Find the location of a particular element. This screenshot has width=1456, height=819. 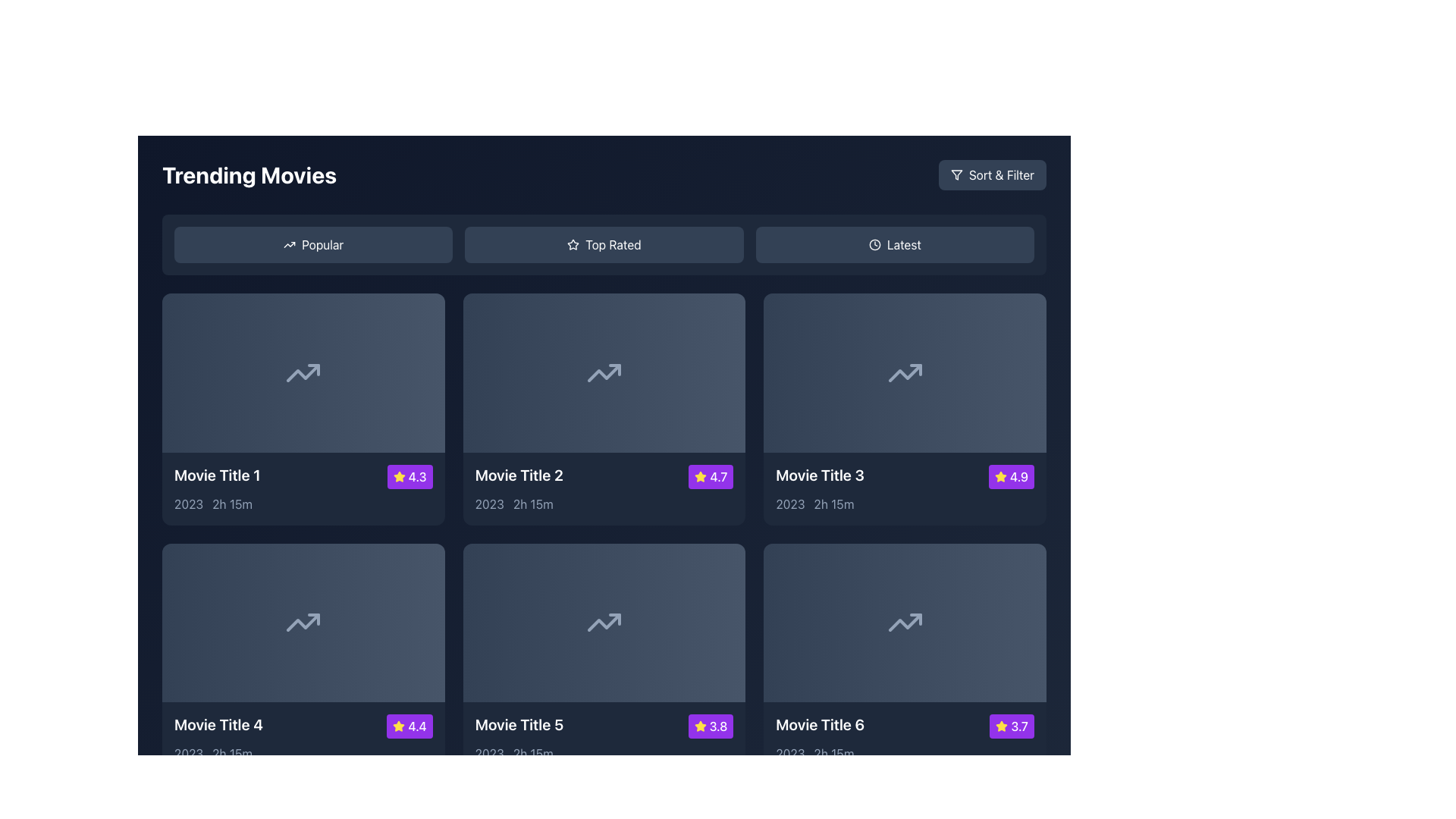

the line chart icon with an upward arrow, styled in gray, located on the movie card labeled 'Movie Title 5' is located at coordinates (603, 623).